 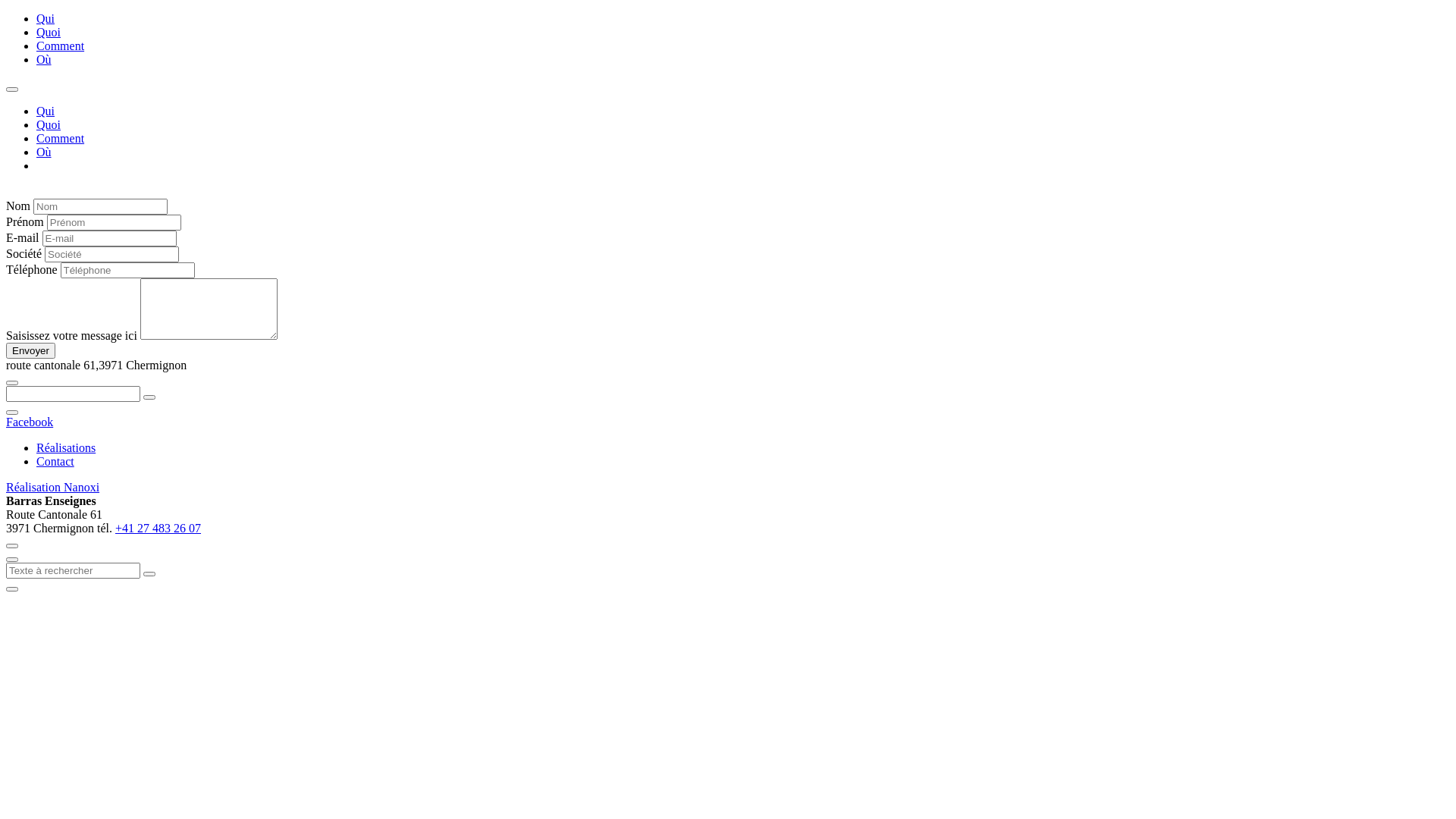 I want to click on '+41 27 483 26 07', so click(x=158, y=527).